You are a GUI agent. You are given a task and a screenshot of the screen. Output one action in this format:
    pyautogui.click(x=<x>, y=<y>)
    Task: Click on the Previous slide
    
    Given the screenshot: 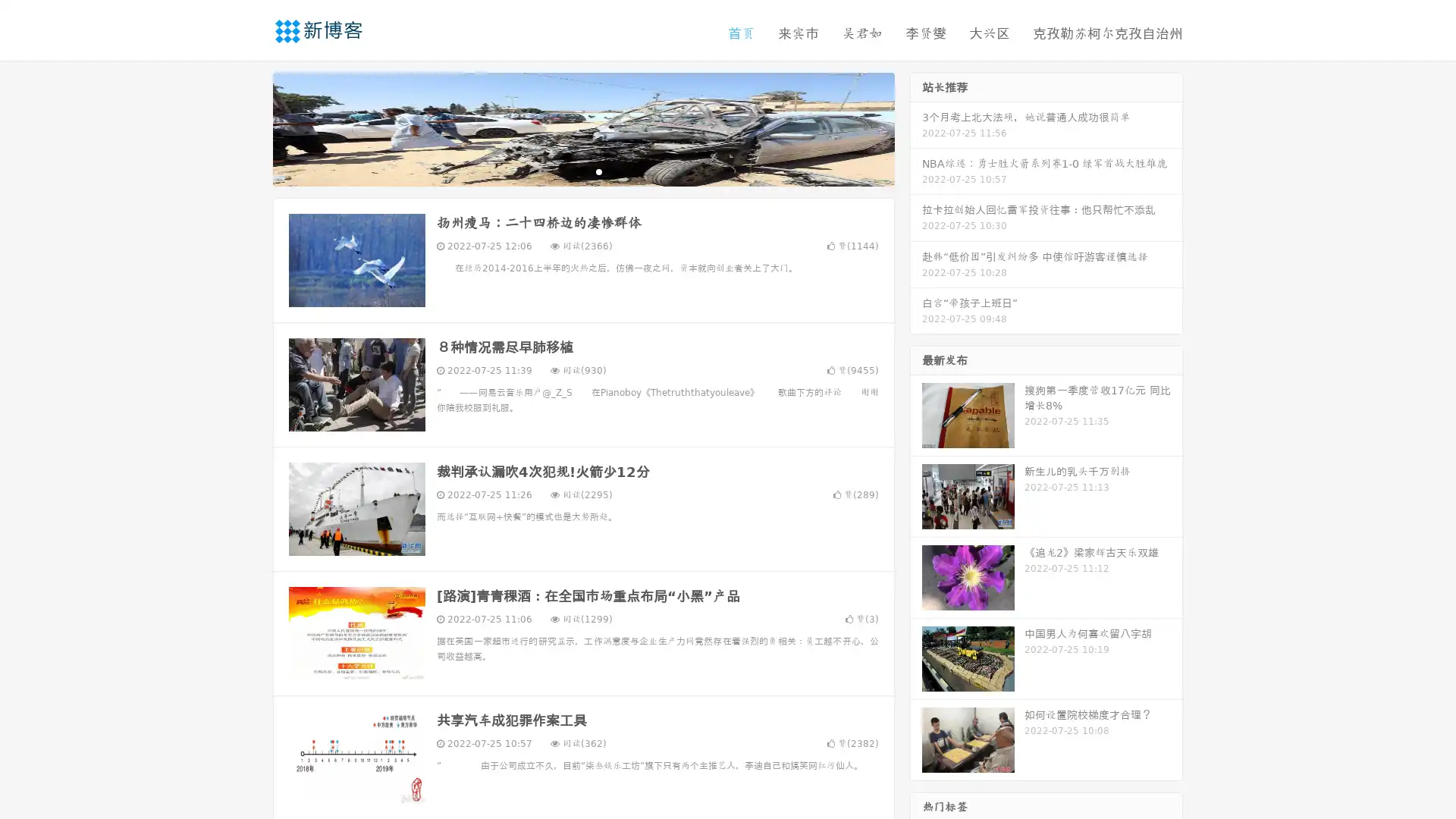 What is the action you would take?
    pyautogui.click(x=250, y=127)
    